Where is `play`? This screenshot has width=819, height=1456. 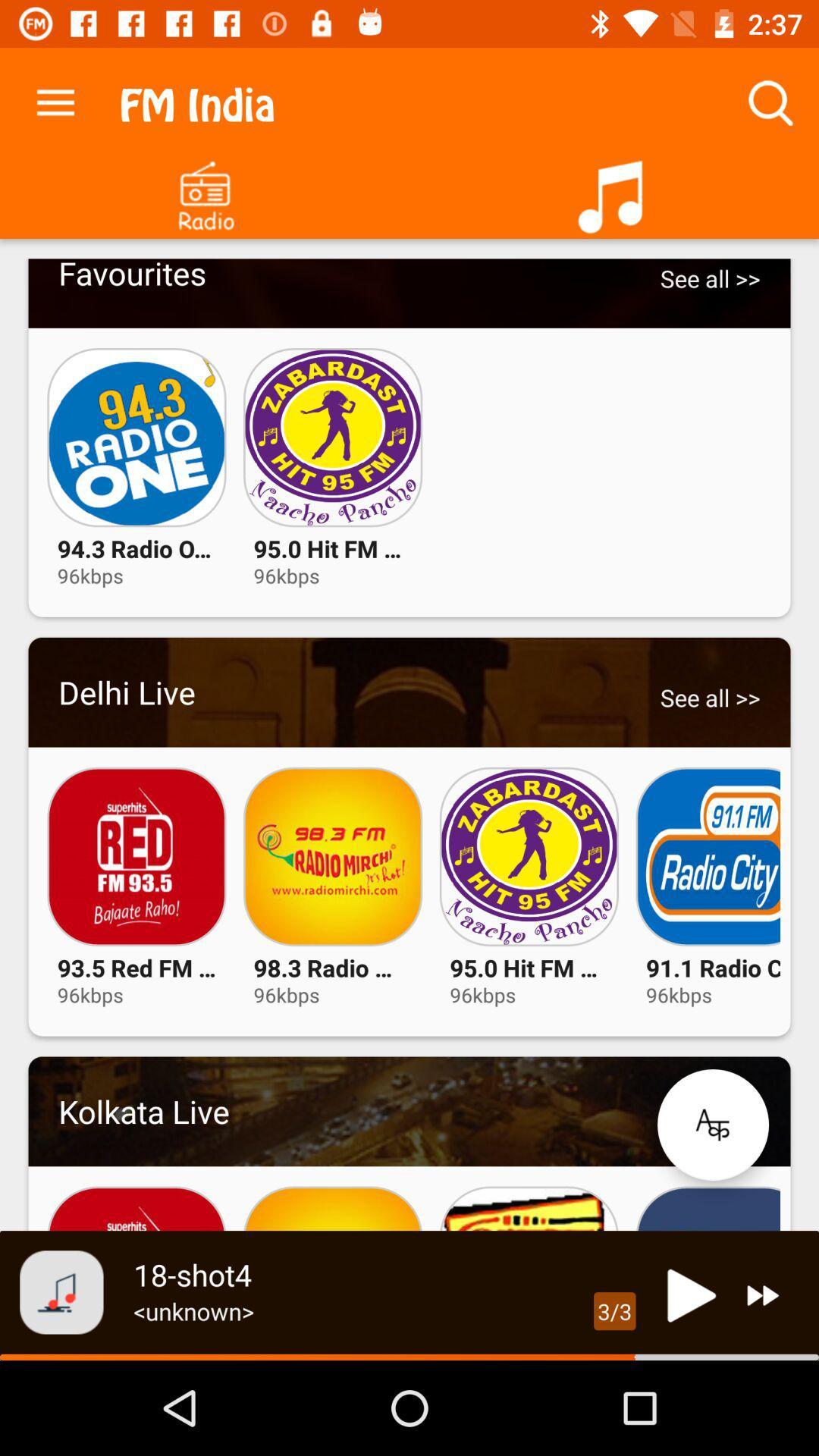 play is located at coordinates (687, 1294).